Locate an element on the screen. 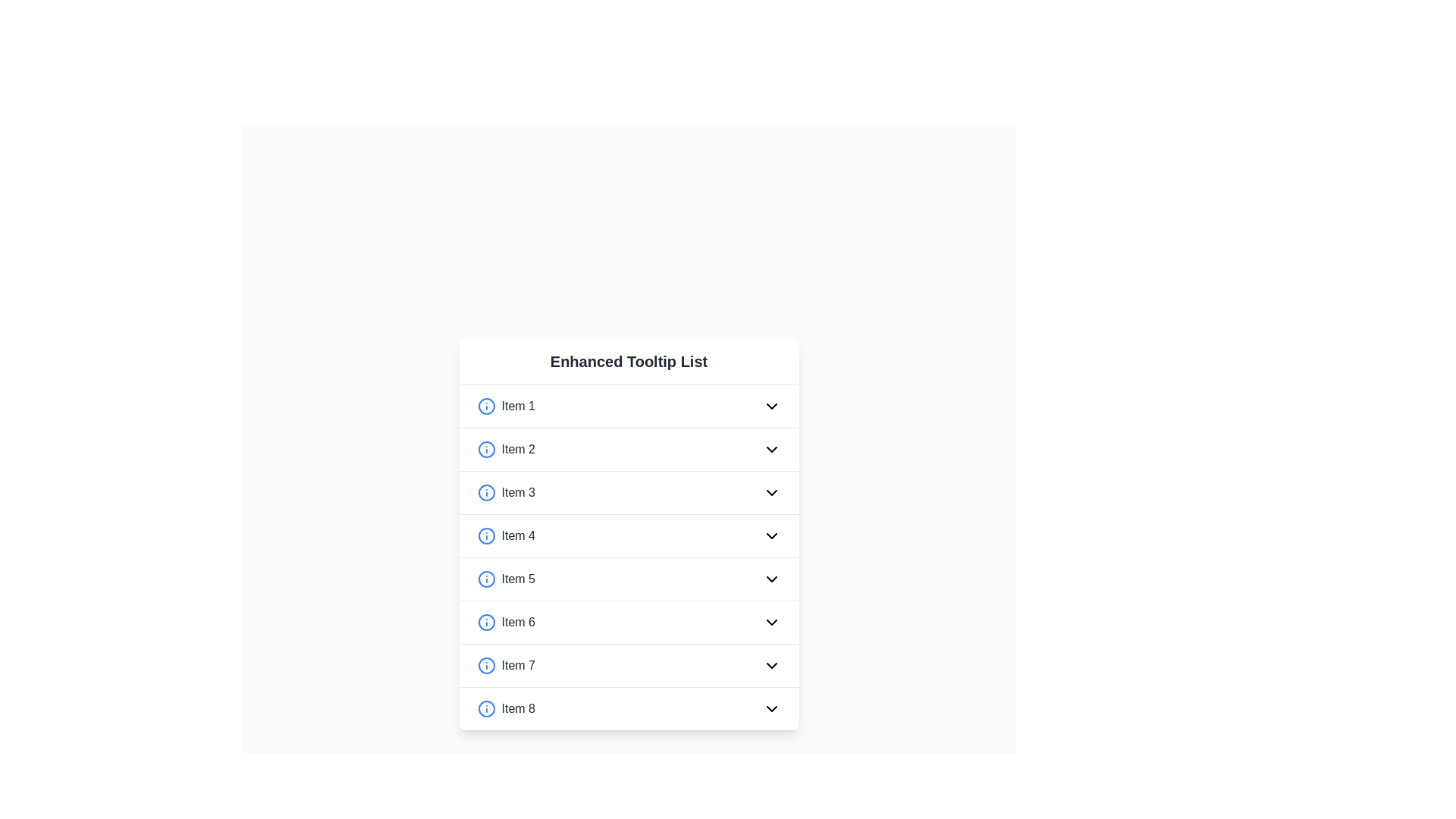  the text label identified as 'Item 4', which is located in the fourth row of the vertically stacked list layout is located at coordinates (506, 535).